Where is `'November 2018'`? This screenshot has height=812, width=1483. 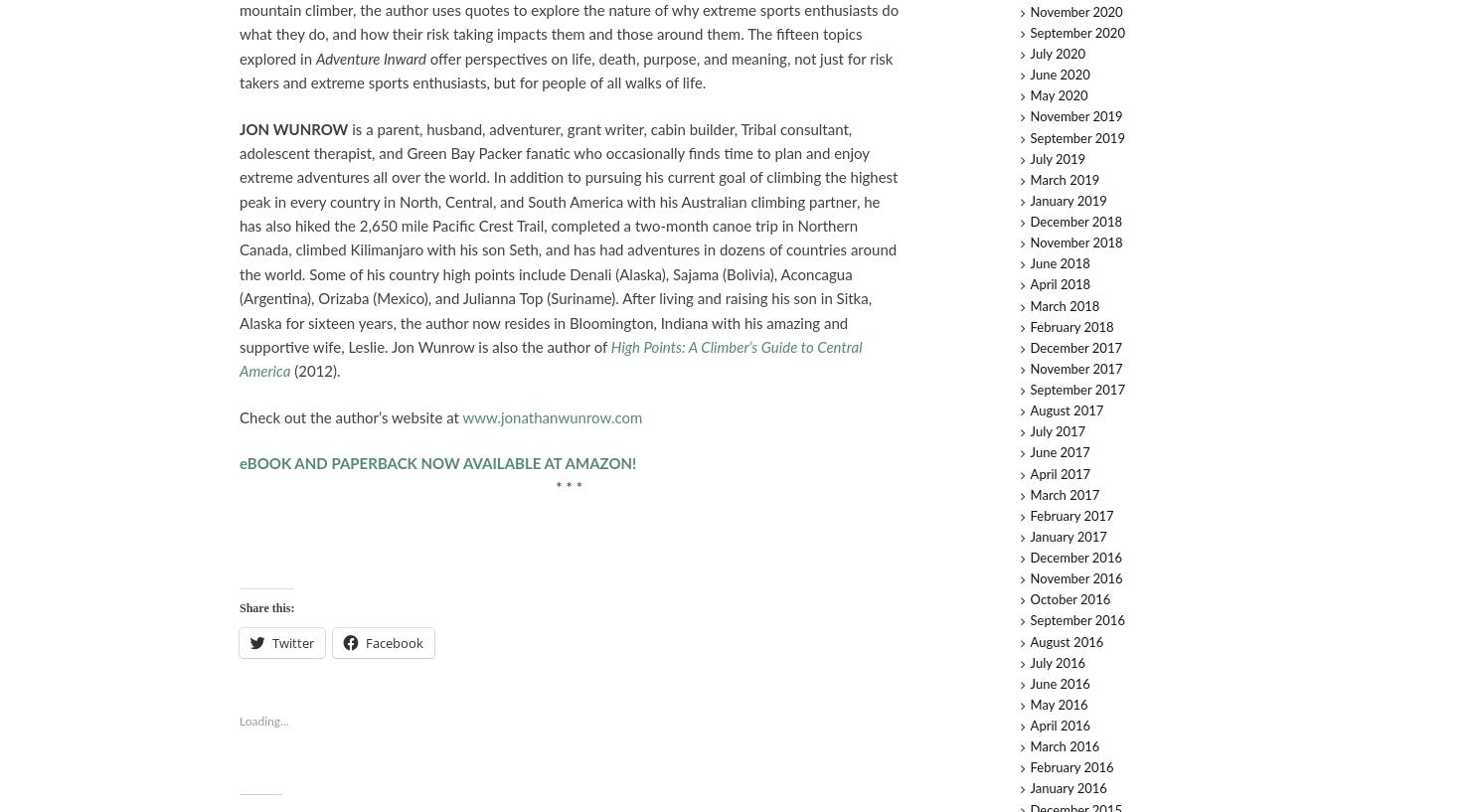 'November 2018' is located at coordinates (1075, 243).